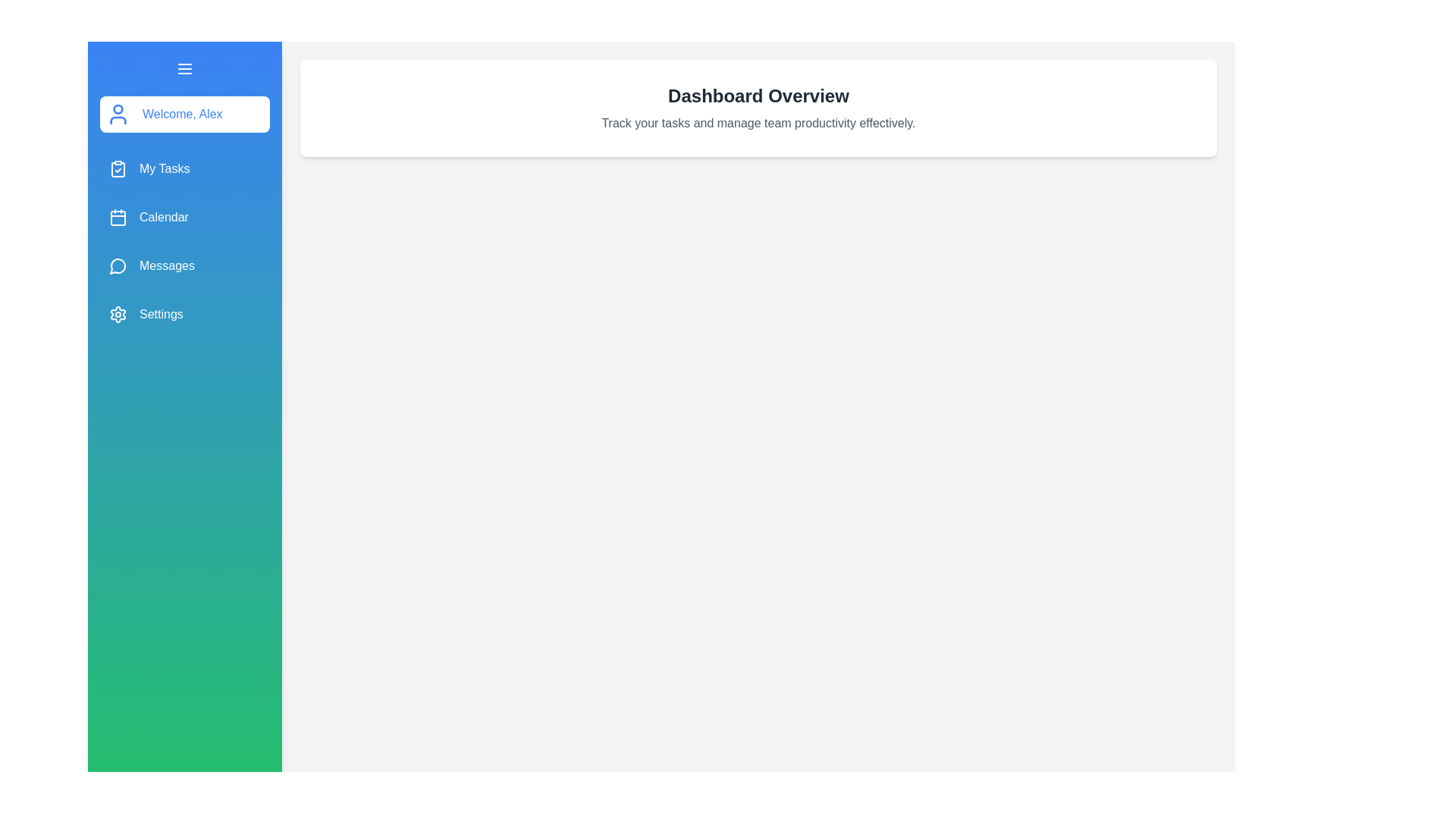 The height and width of the screenshot is (819, 1456). Describe the element at coordinates (184, 169) in the screenshot. I see `the 'My Tasks' menu item` at that location.